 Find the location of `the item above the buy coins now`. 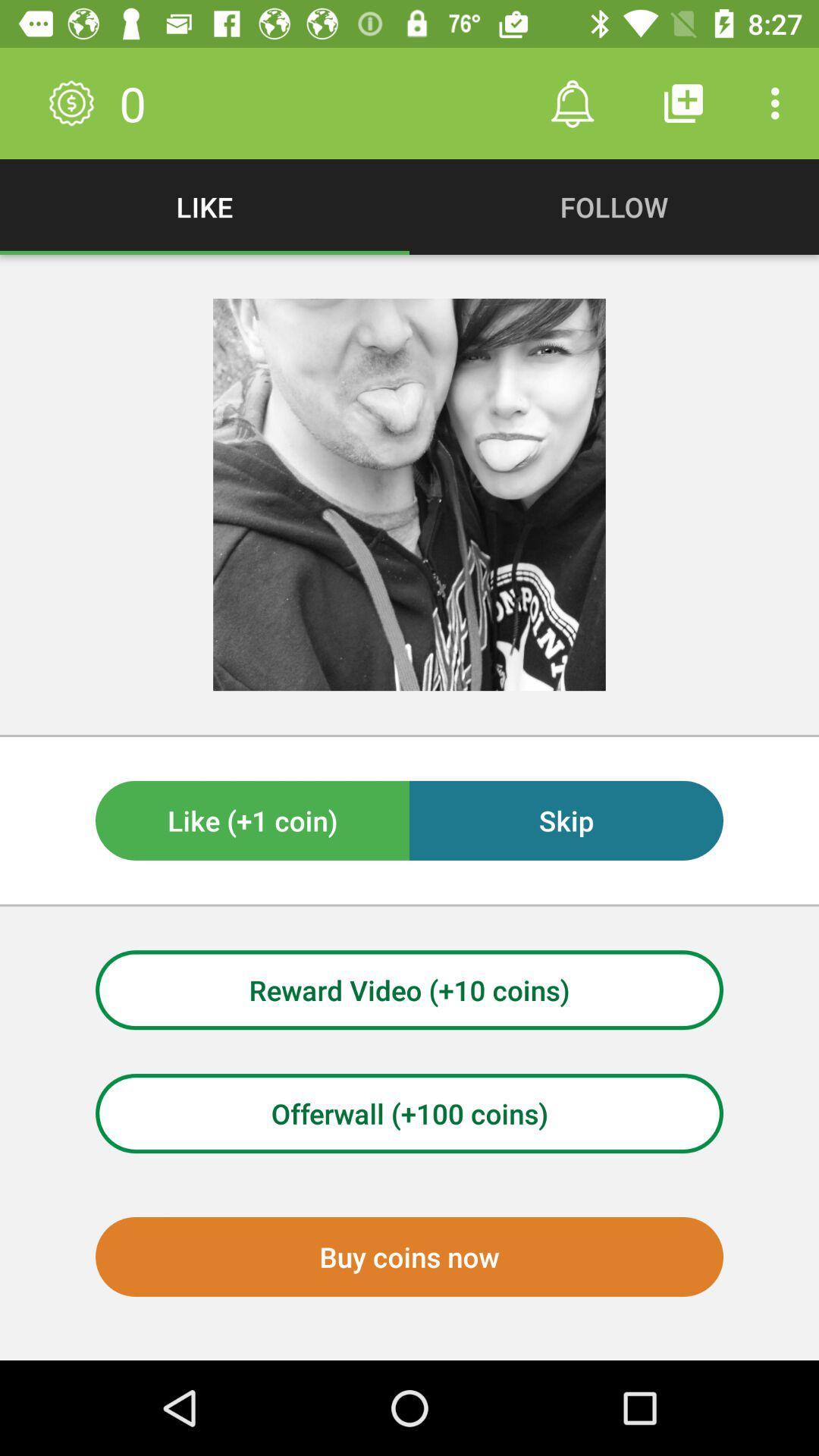

the item above the buy coins now is located at coordinates (409, 1113).